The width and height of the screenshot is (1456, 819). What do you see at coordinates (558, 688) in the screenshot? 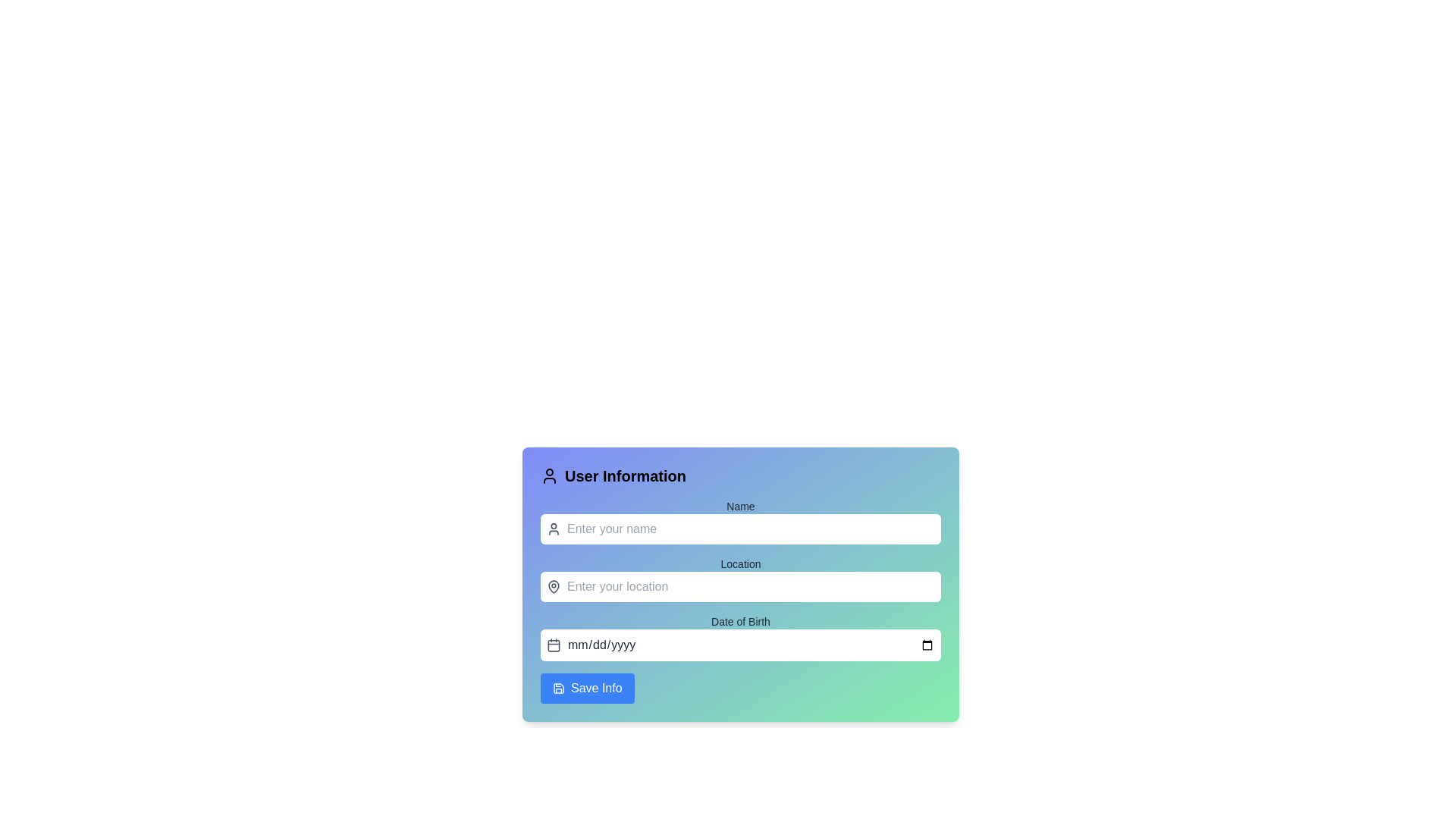
I see `the decorative graphical part of the save button labeled 'Save Info' by targeting its center point indirectly through the button` at bounding box center [558, 688].